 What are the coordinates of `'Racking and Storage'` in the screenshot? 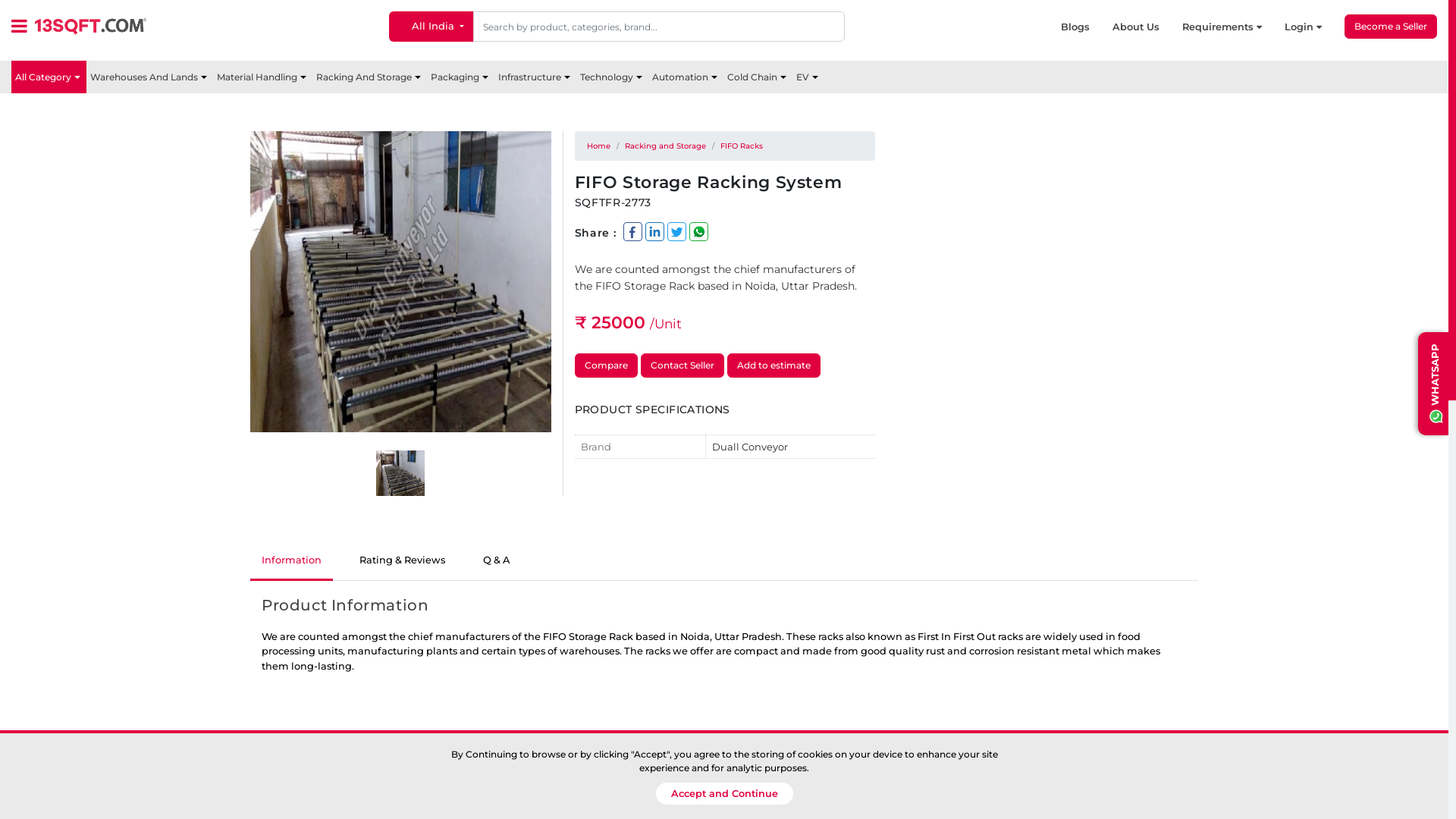 It's located at (665, 146).